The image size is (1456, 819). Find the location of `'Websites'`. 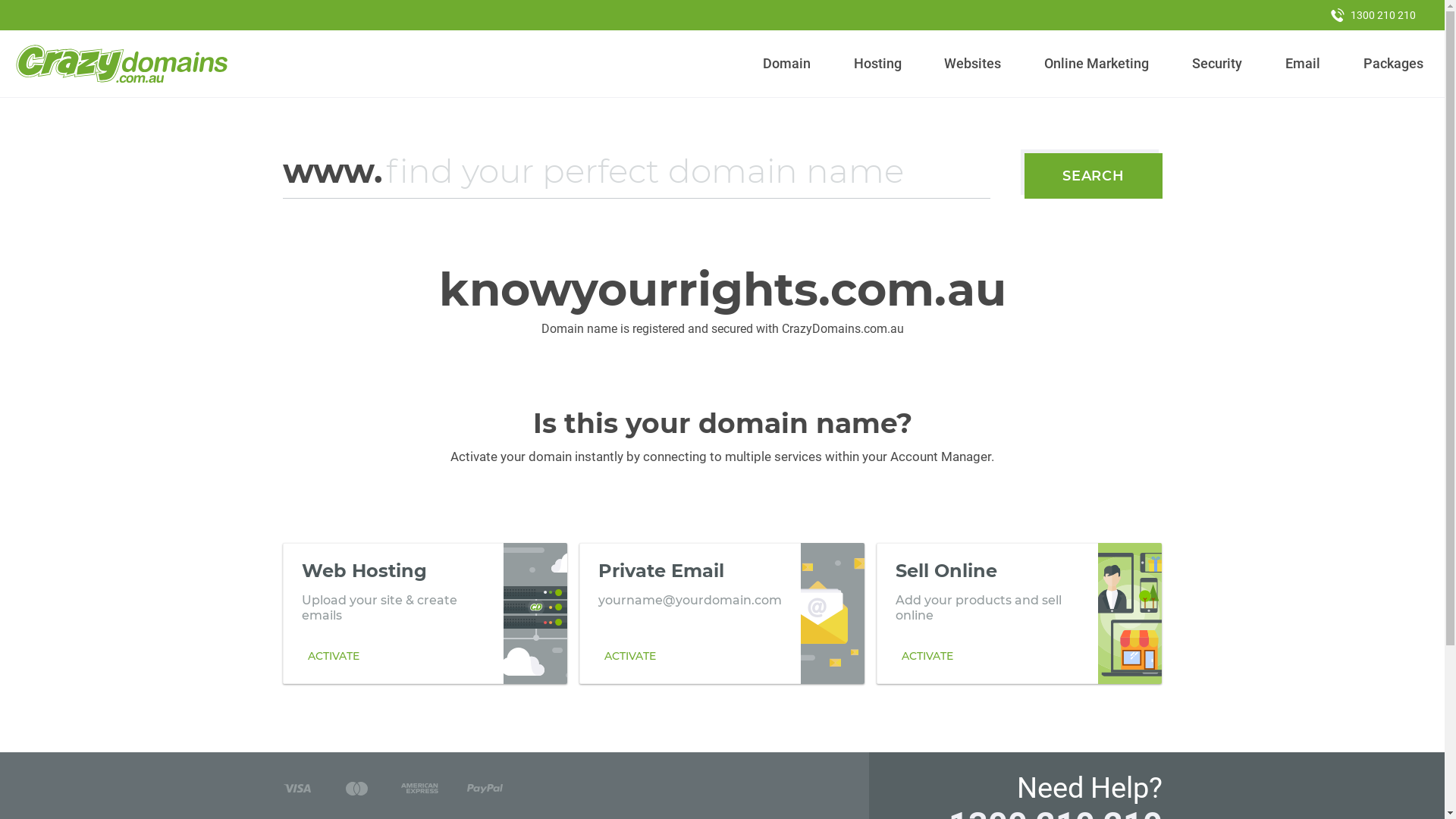

'Websites' is located at coordinates (937, 63).